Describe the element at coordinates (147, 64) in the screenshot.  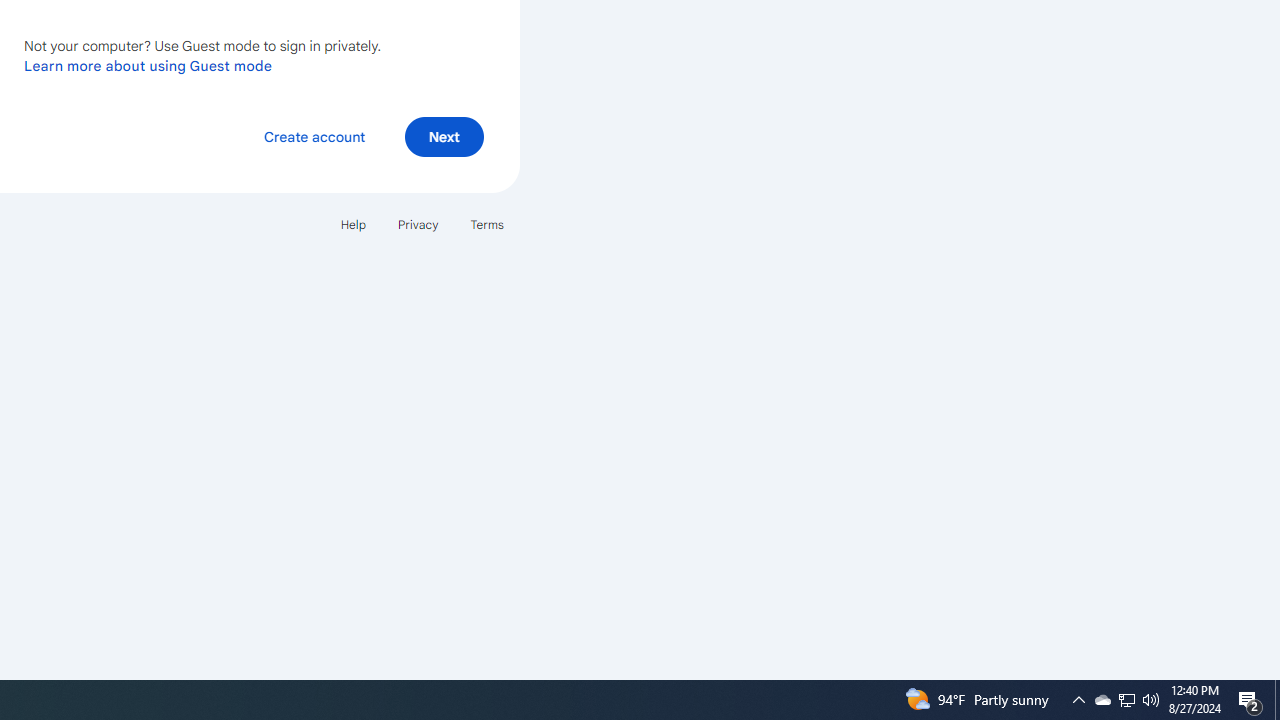
I see `'Learn more about using Guest mode'` at that location.